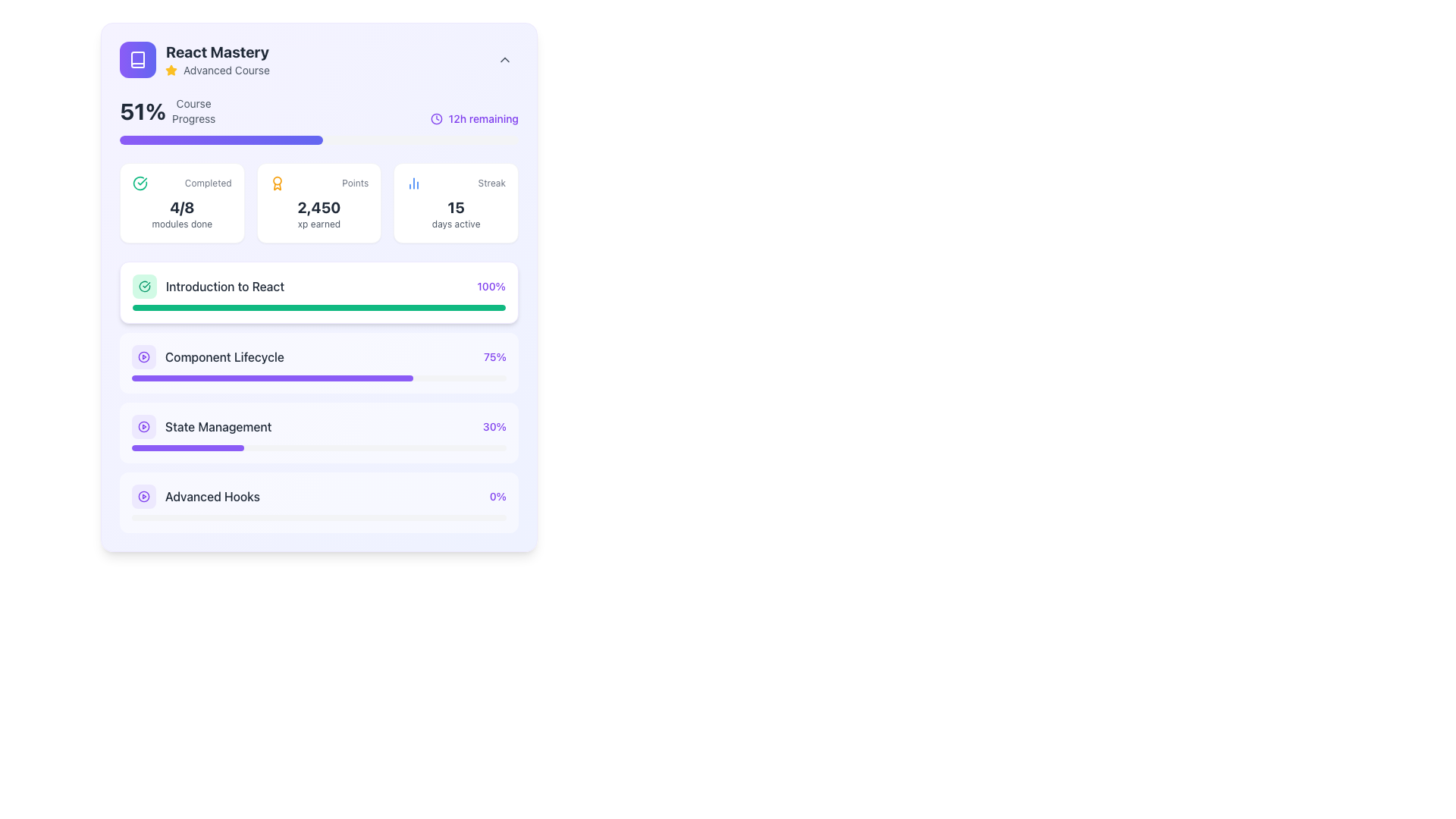 This screenshot has height=819, width=1456. What do you see at coordinates (217, 70) in the screenshot?
I see `text 'Advanced Course' which is styled in a small gray font and located next to a yellow star icon, positioned below the title 'React Mastery'` at bounding box center [217, 70].